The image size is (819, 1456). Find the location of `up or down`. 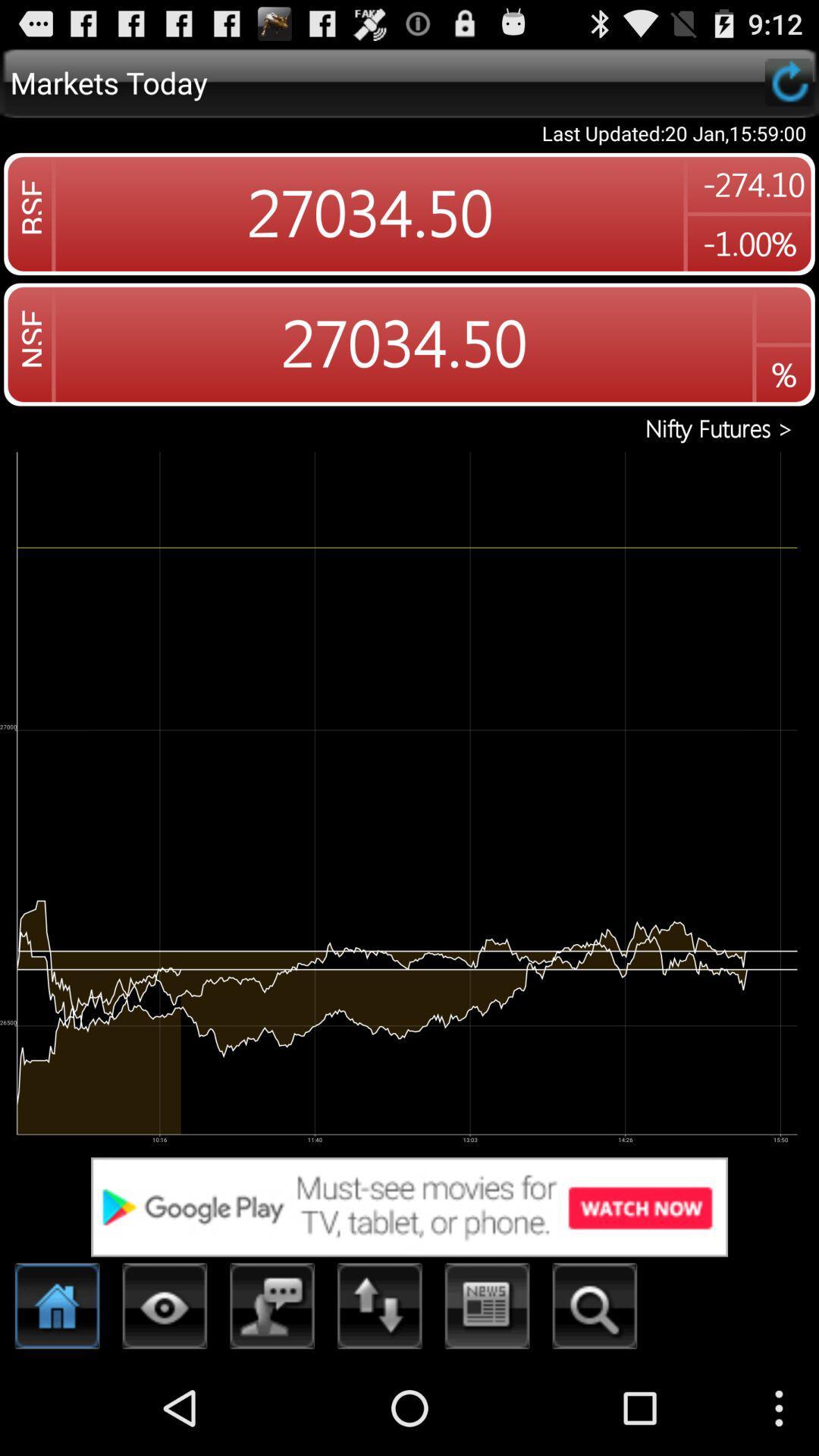

up or down is located at coordinates (379, 1310).